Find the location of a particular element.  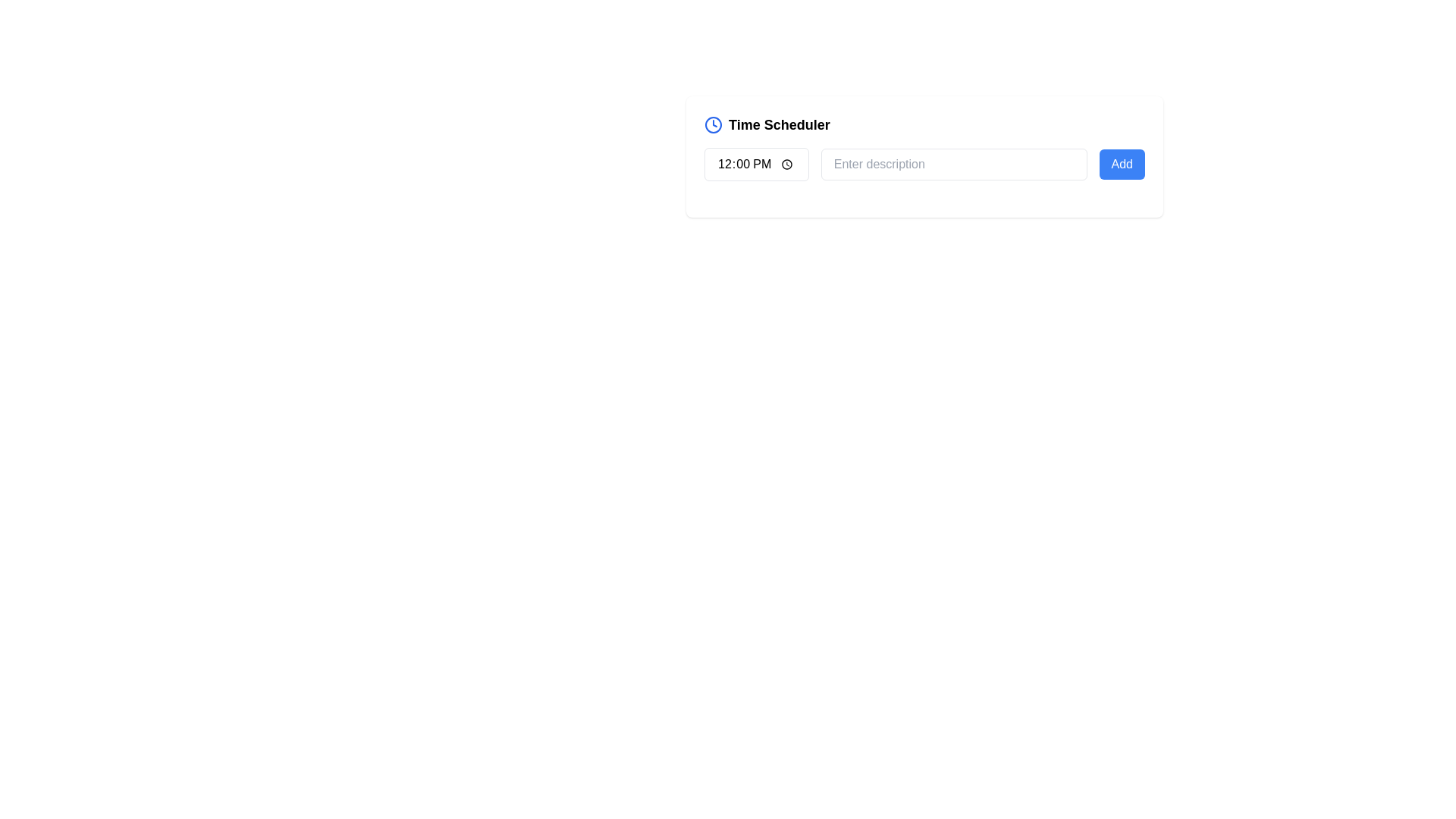

the placeholder text 'Enter description' in the text input field with rounded corners and a light gray border, positioned between a time input field and a blue 'Add' button is located at coordinates (952, 164).